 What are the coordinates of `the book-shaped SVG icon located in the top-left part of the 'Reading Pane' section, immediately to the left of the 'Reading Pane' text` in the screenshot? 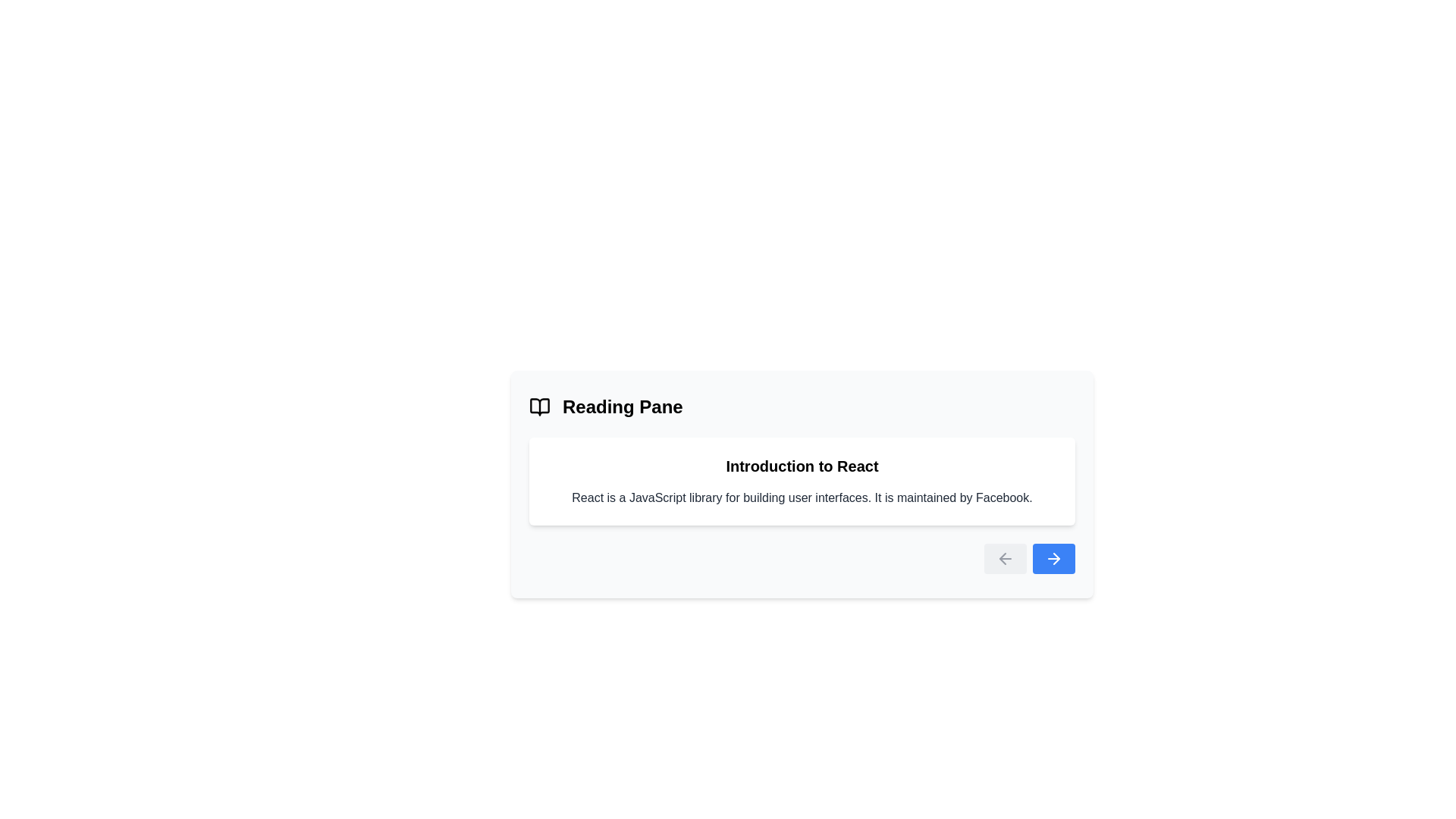 It's located at (539, 406).